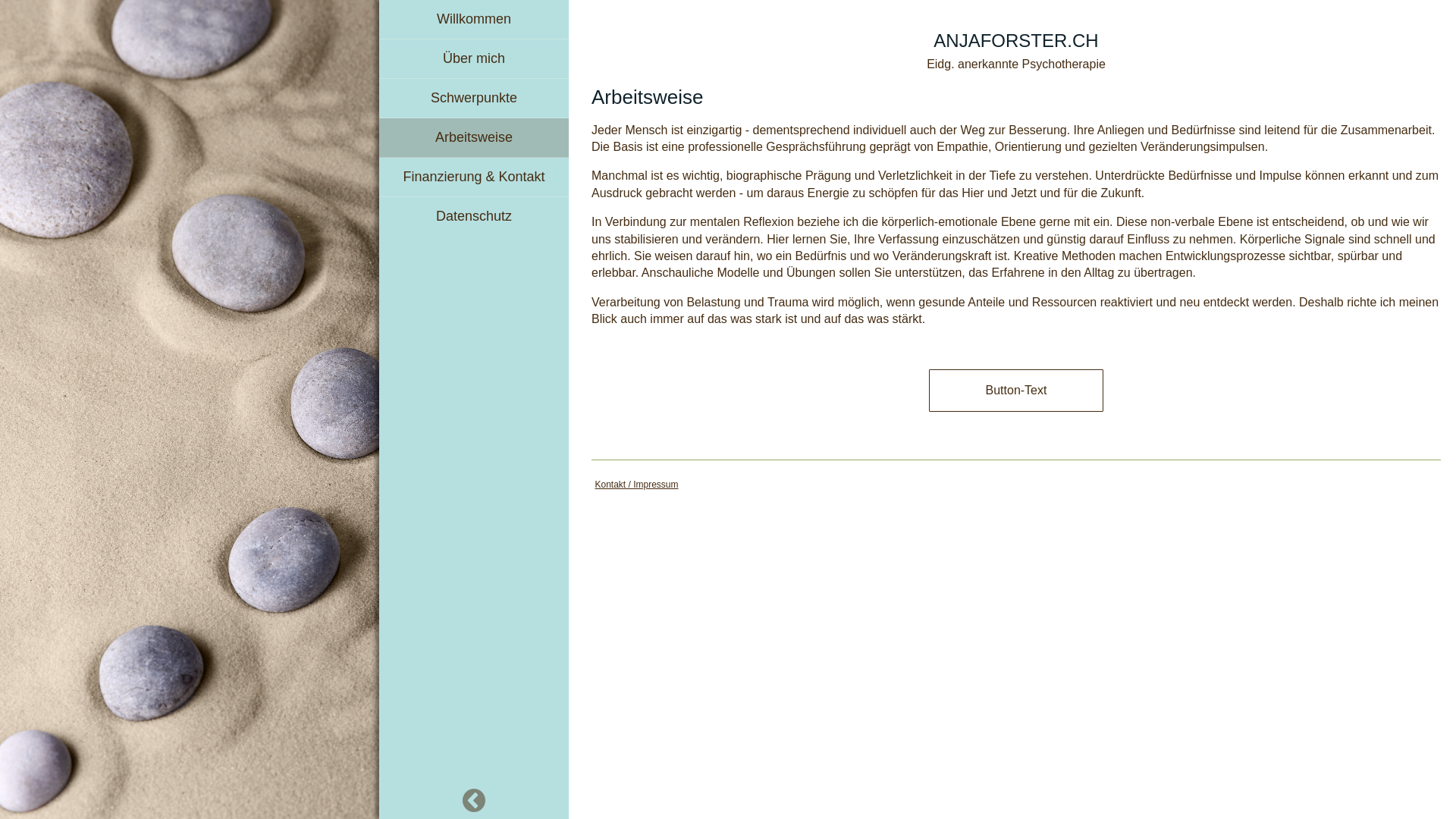 Image resolution: width=1456 pixels, height=819 pixels. I want to click on 'Finanzierung & Kontakt', so click(472, 177).